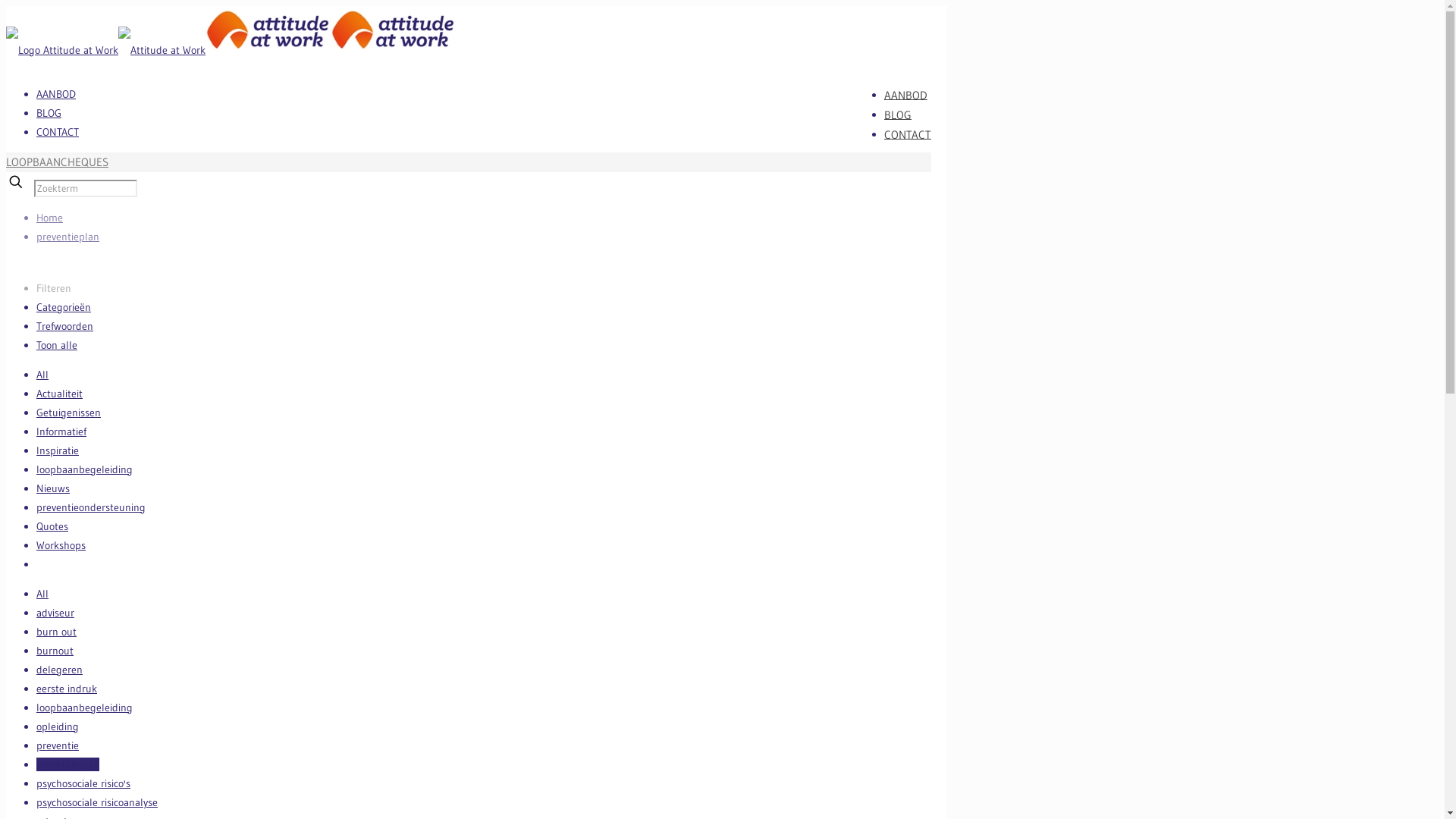  What do you see at coordinates (96, 801) in the screenshot?
I see `'psychosociale risicoanalyse'` at bounding box center [96, 801].